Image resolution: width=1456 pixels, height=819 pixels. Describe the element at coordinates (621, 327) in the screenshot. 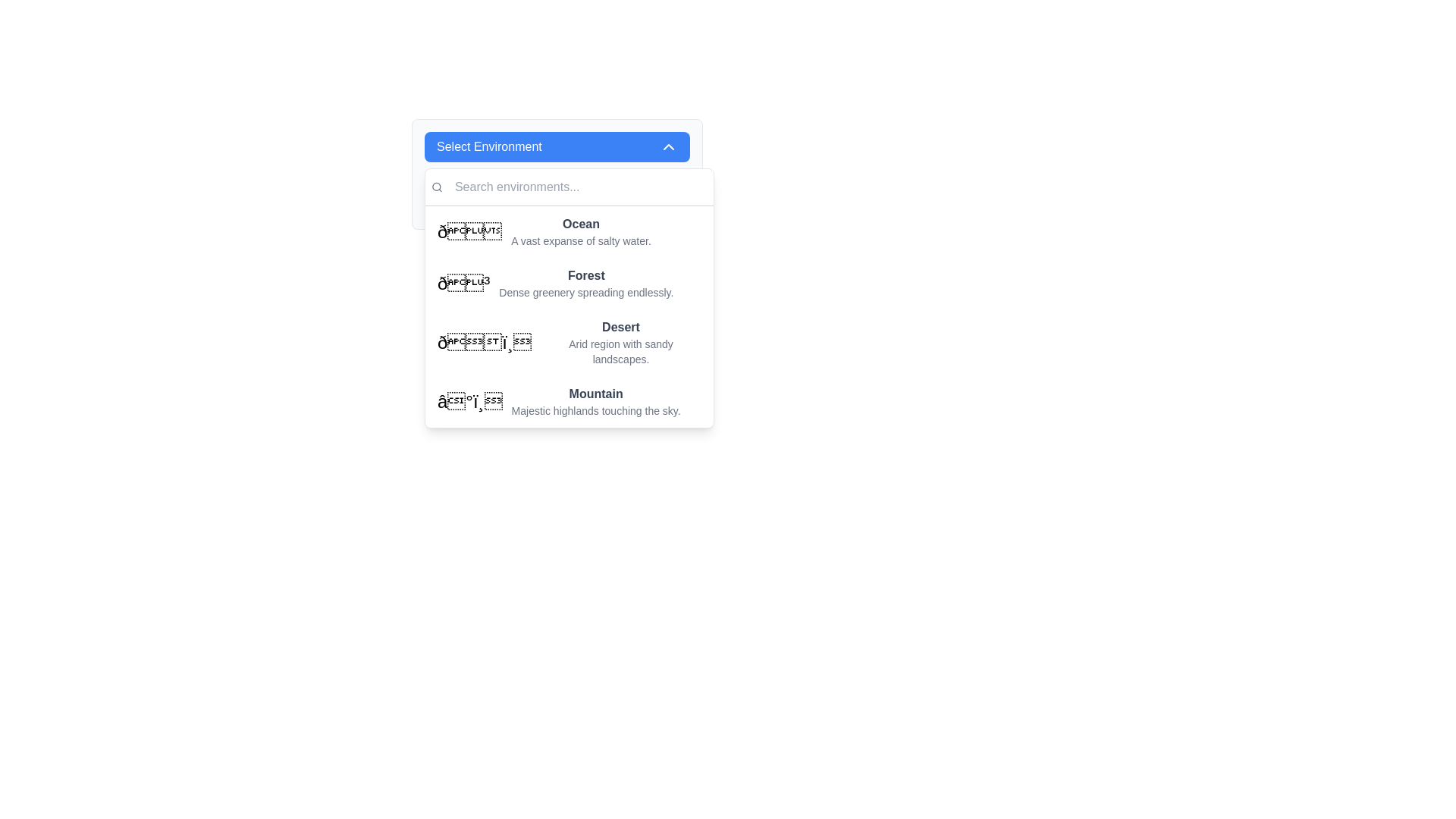

I see `the 'Desert' text label, which is a bold, dark-gray header in the selection menu below 'Select Environment'` at that location.